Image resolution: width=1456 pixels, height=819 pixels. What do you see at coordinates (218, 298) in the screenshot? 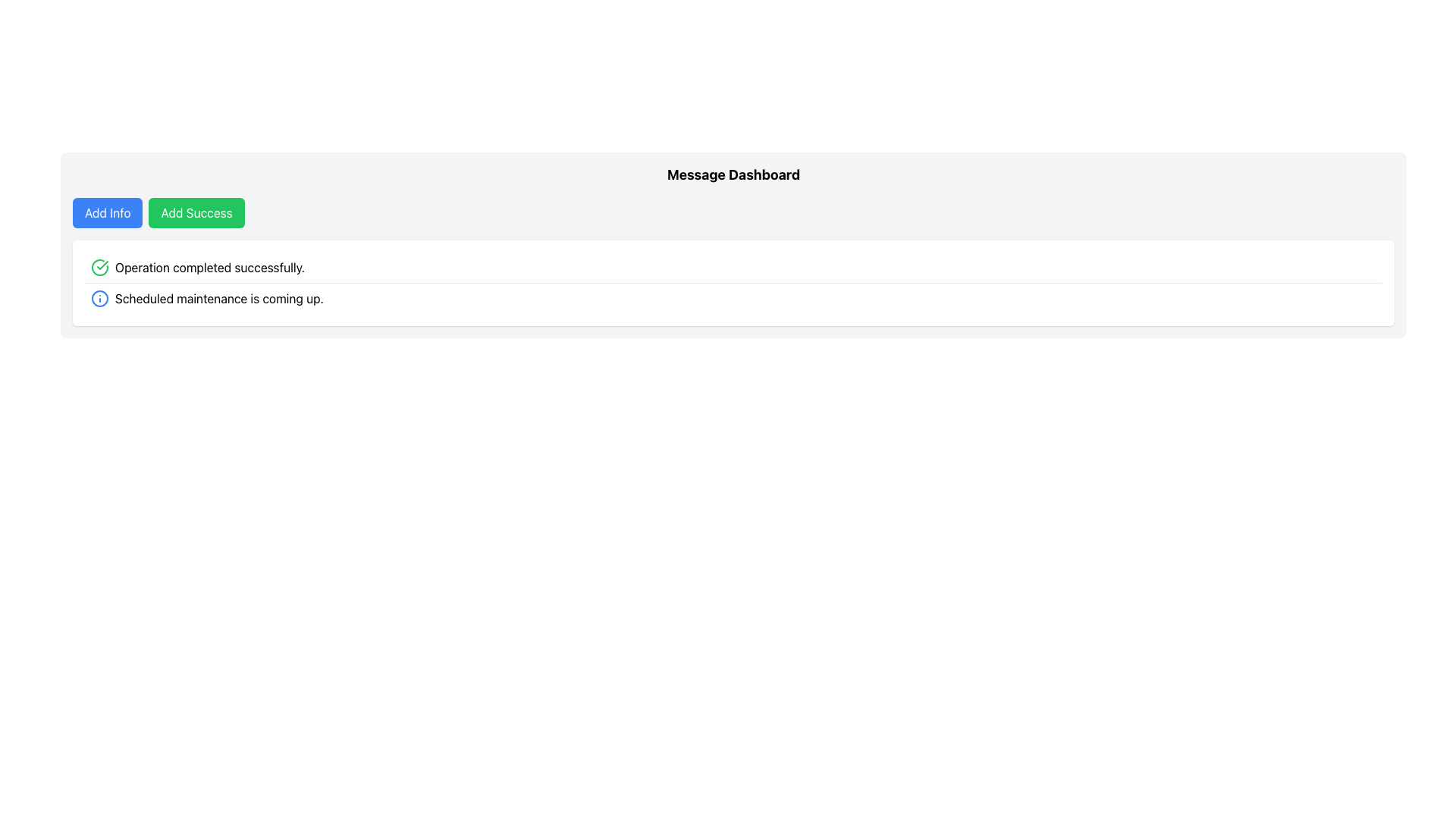
I see `informational message from the static text label regarding upcoming scheduled maintenance, which is the second notification entry in the list below 'Operation completed successfully'` at bounding box center [218, 298].